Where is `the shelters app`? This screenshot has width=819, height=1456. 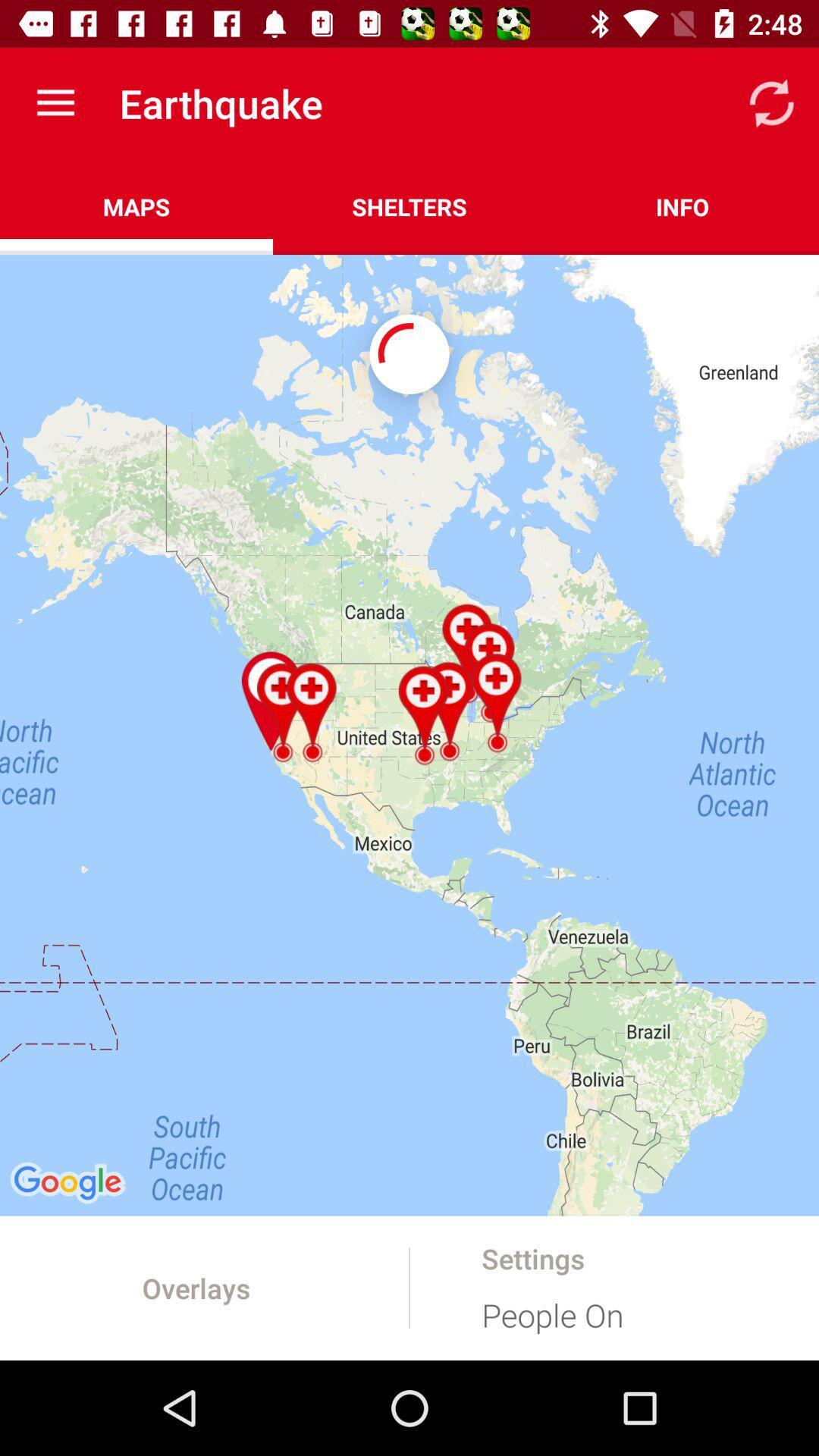 the shelters app is located at coordinates (409, 206).